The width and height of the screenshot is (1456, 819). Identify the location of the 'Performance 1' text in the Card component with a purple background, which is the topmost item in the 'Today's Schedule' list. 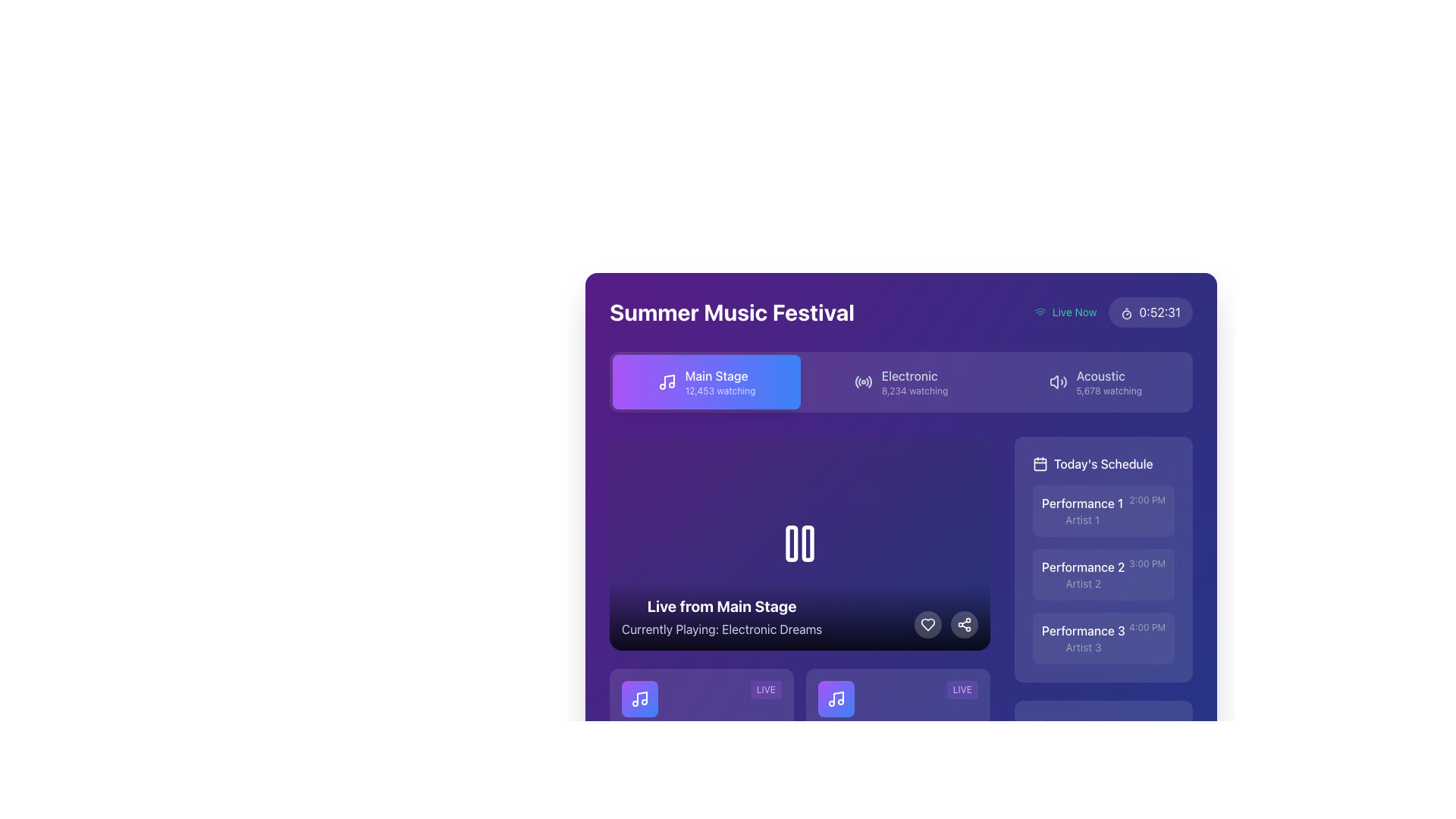
(1103, 511).